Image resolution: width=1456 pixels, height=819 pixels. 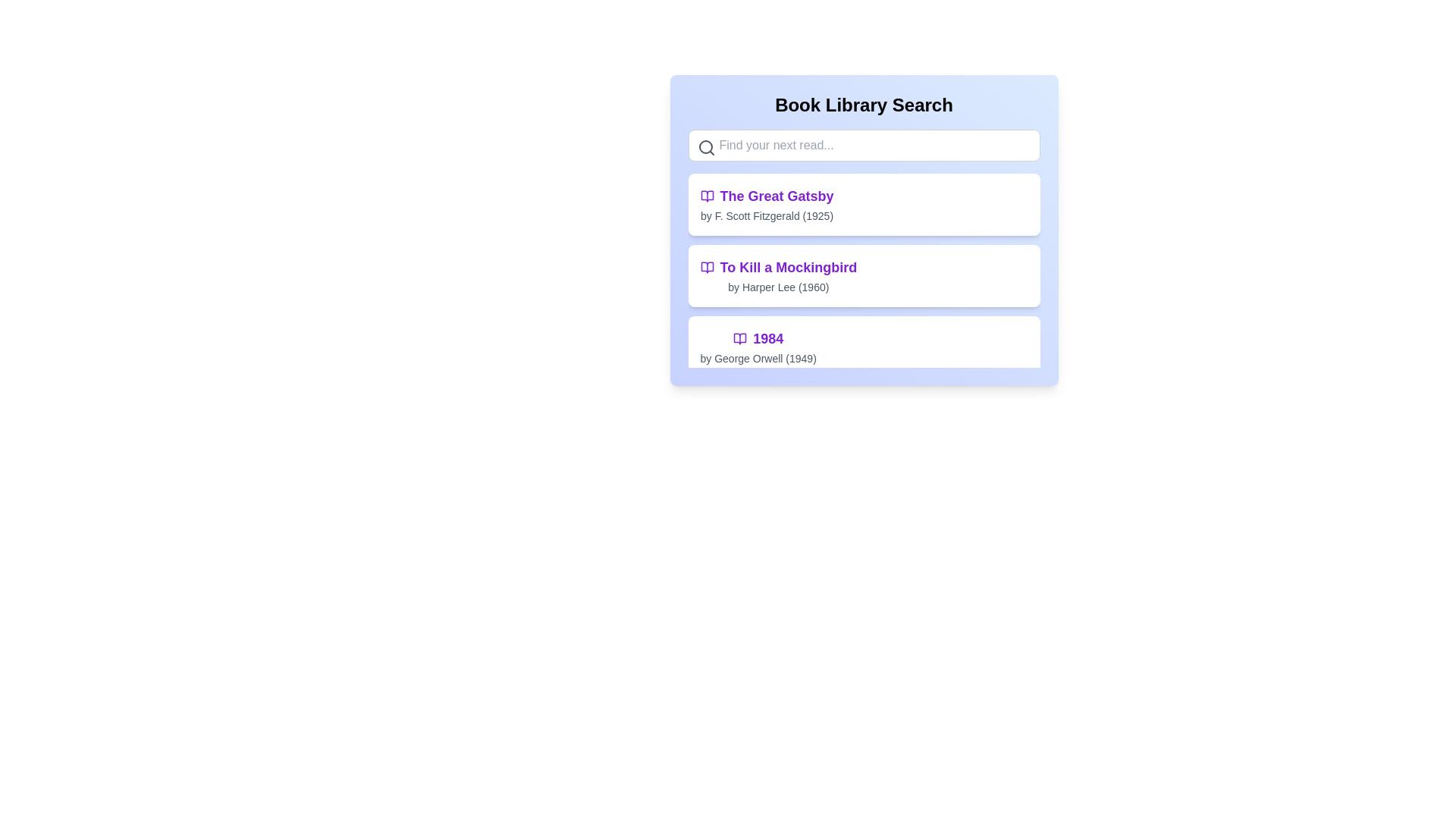 I want to click on the open-book icon styled in purple, located to the left of the text 'To Kill a Mockingbird', which is the second item in the list displayed in the card, so click(x=706, y=267).